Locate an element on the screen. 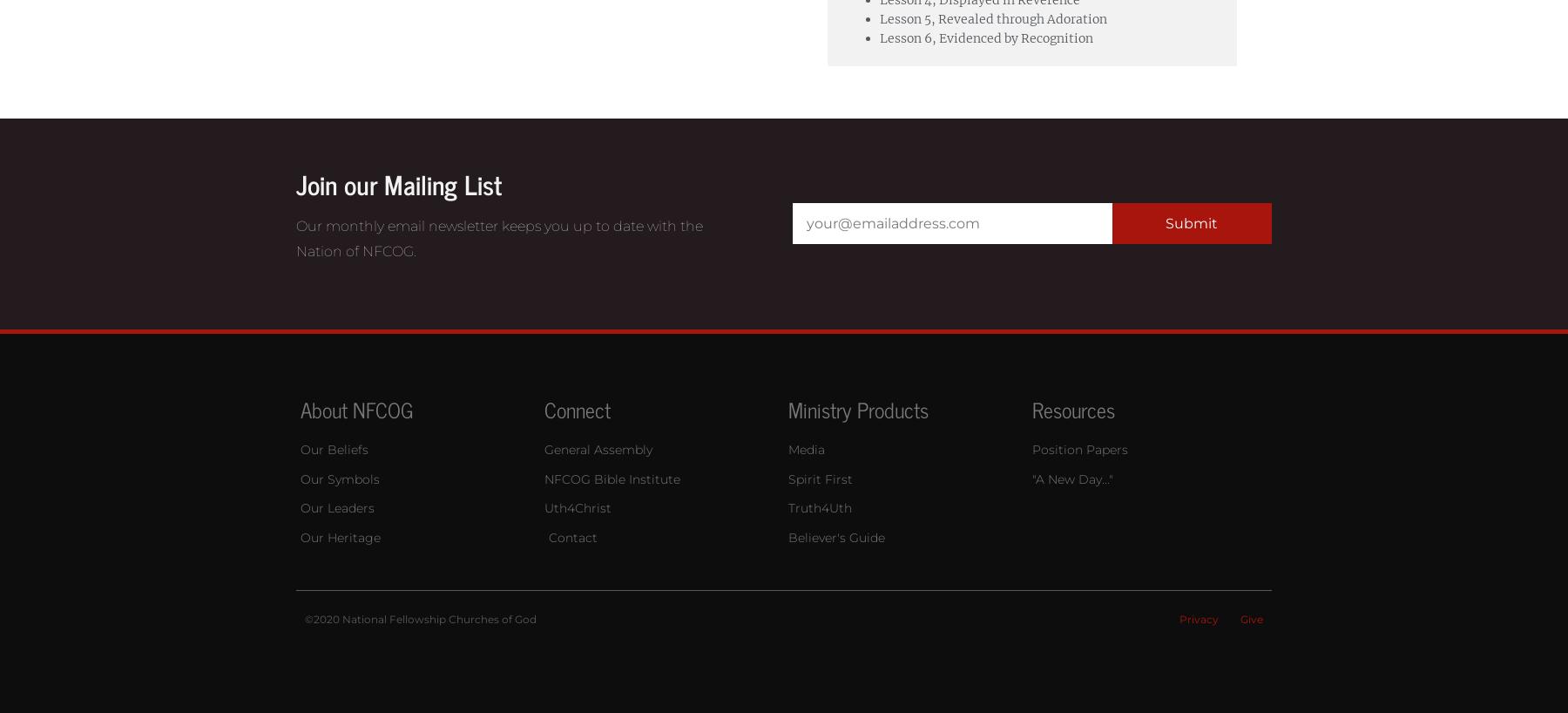  'Spirit First' is located at coordinates (819, 477).